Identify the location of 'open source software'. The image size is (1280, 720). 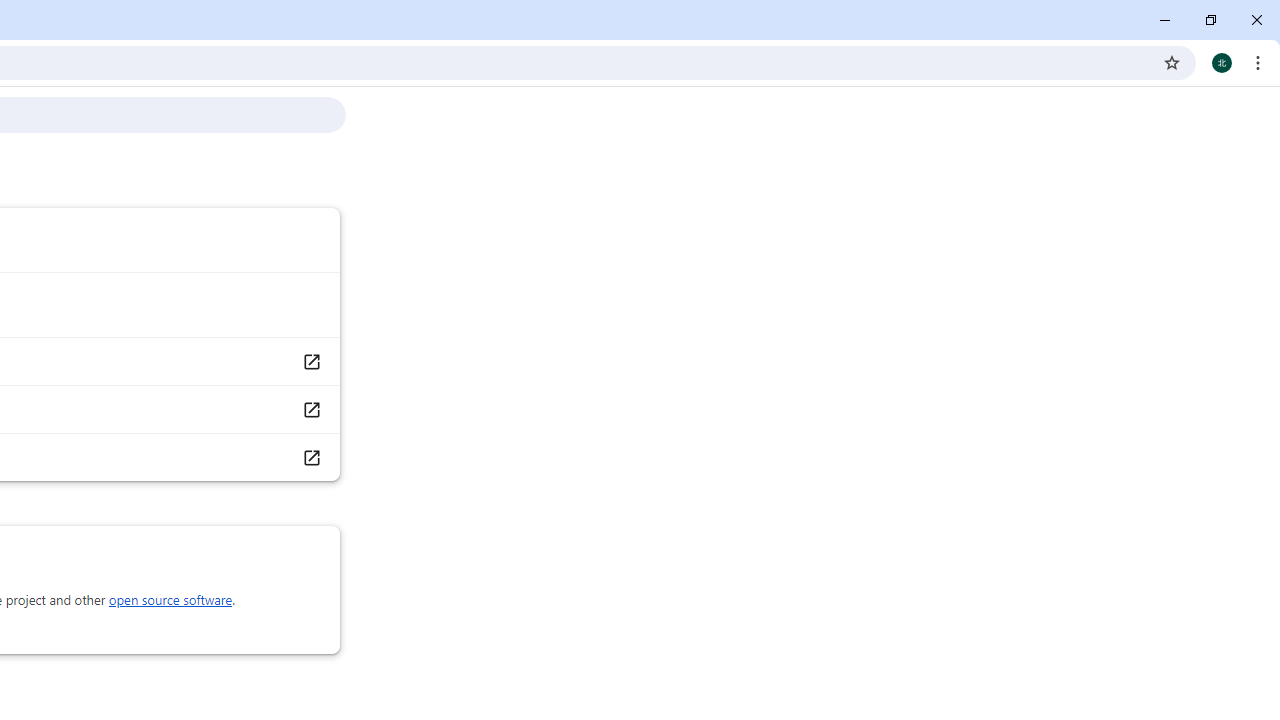
(170, 599).